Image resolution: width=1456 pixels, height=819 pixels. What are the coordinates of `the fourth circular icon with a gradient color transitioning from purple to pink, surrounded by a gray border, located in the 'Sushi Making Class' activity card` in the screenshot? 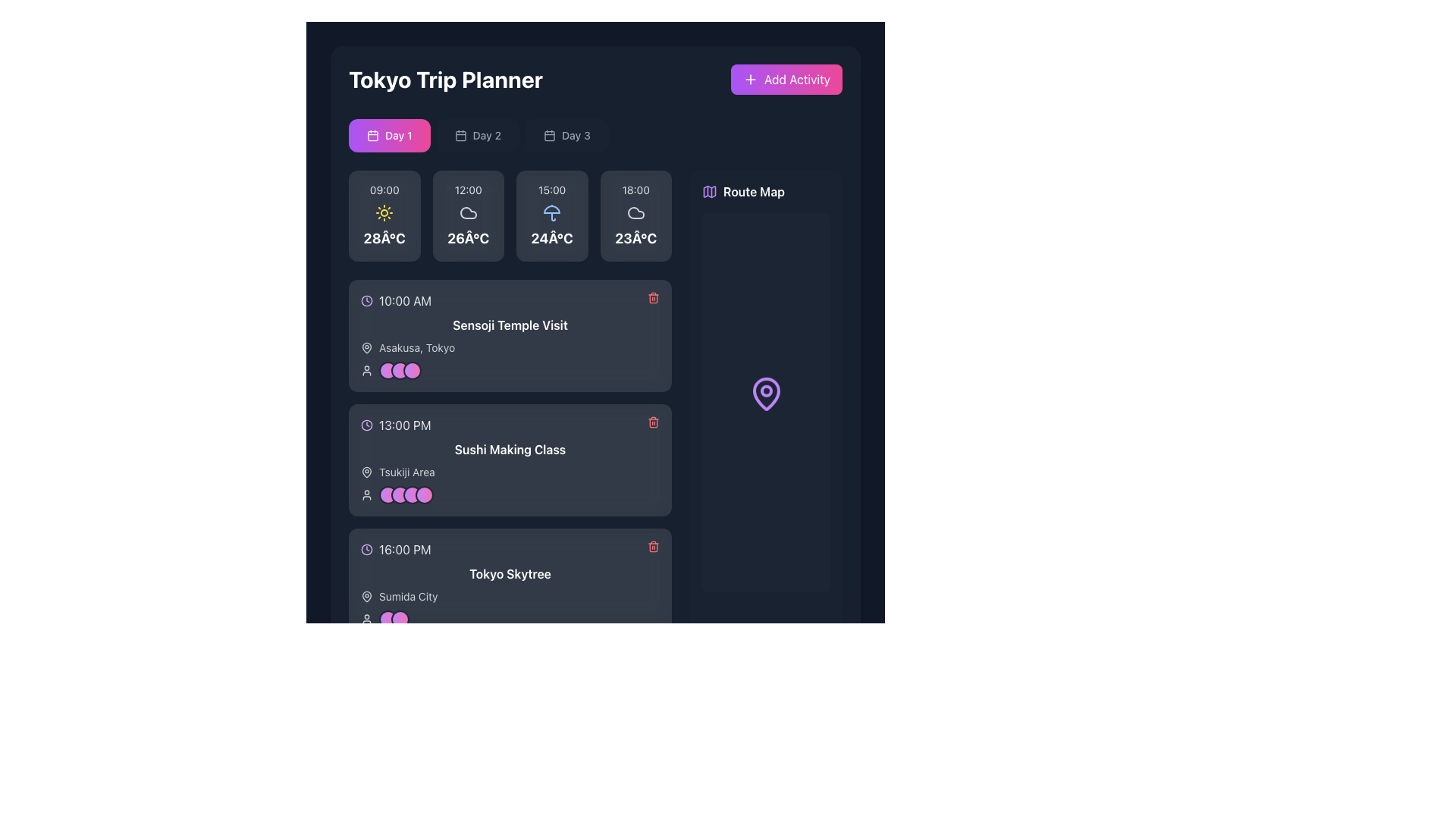 It's located at (425, 494).